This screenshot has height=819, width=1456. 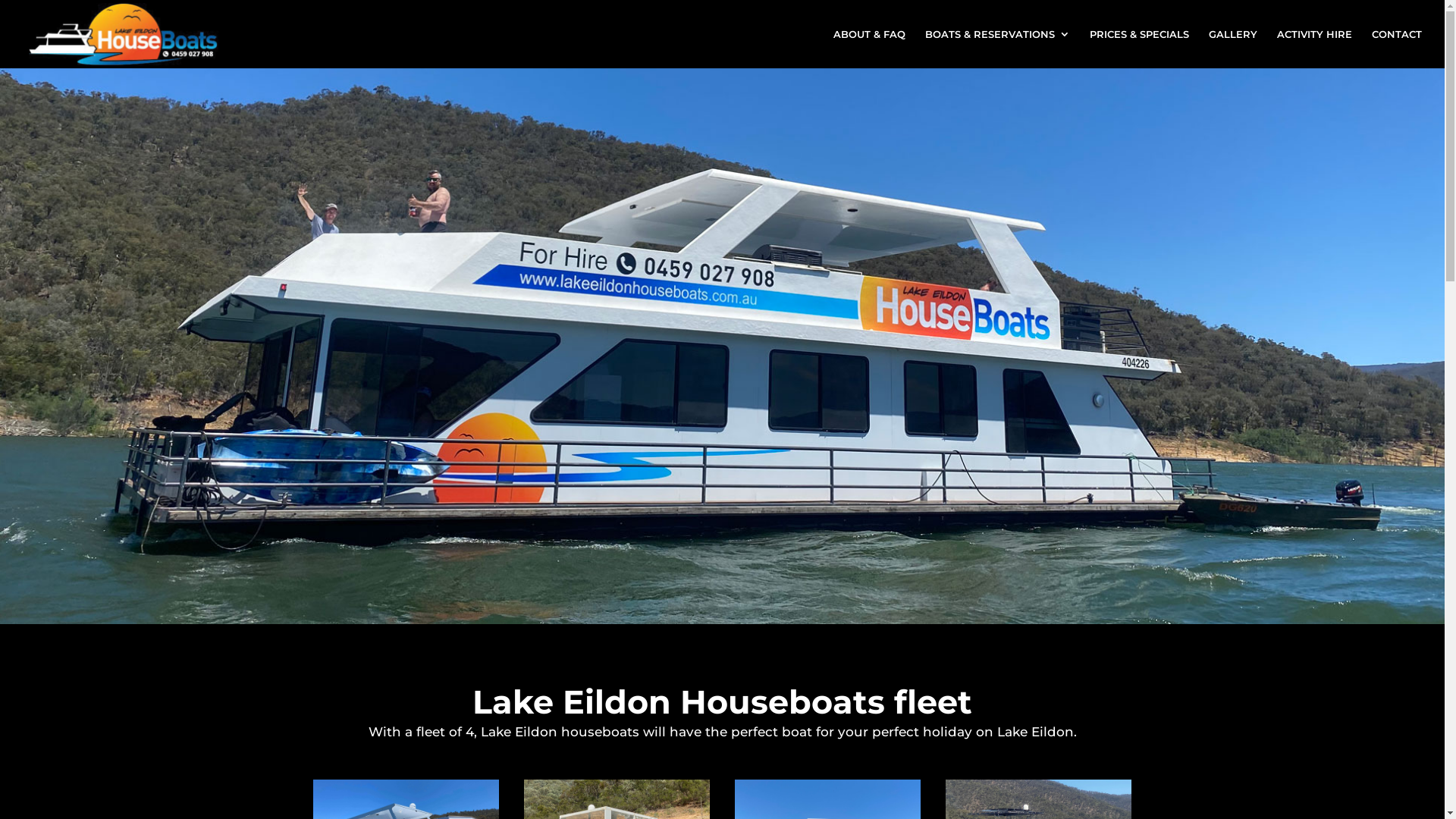 I want to click on 'BOATS & RESERVATIONS', so click(x=997, y=48).